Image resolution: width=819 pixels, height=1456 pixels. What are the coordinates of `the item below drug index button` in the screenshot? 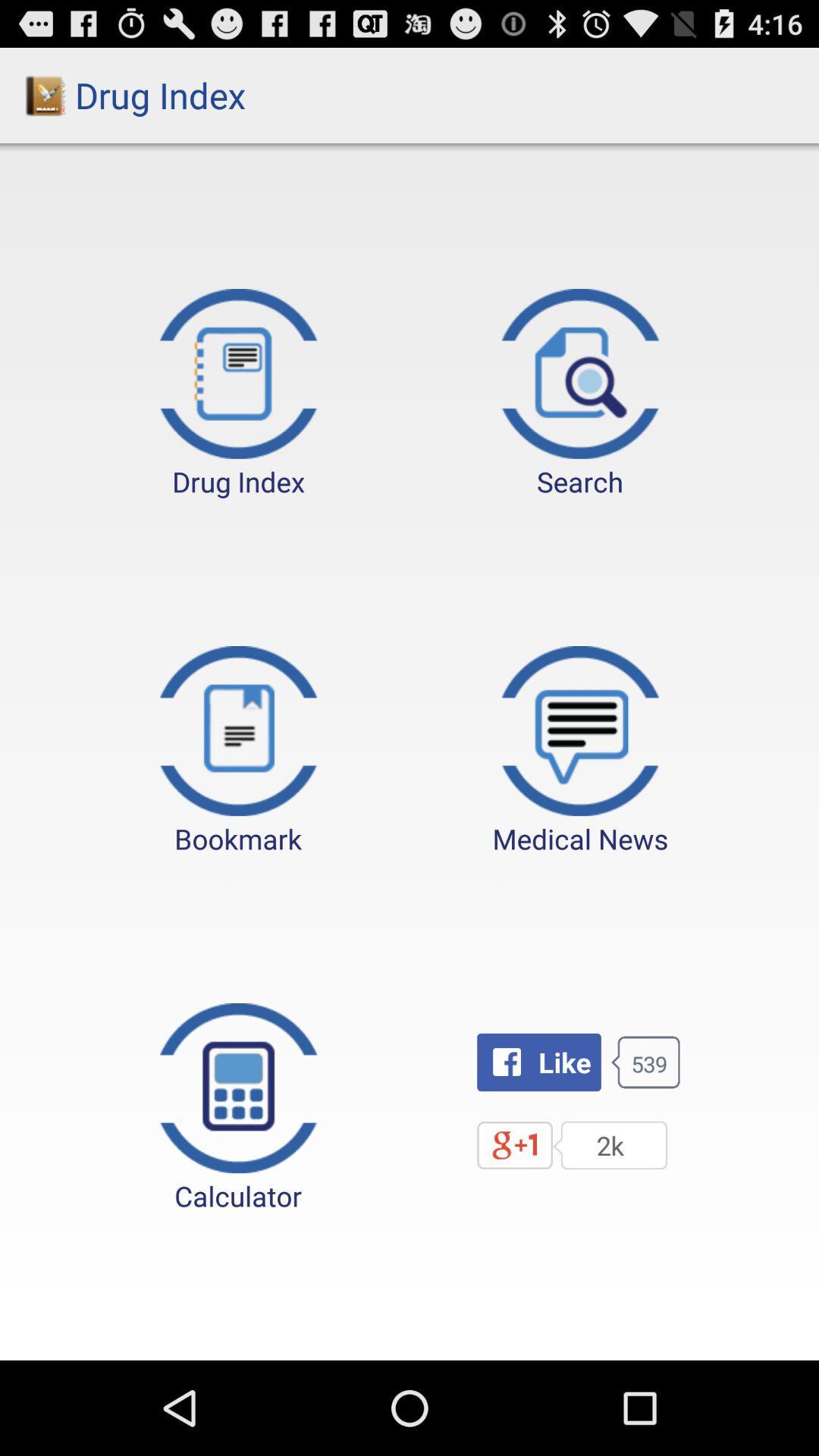 It's located at (238, 752).